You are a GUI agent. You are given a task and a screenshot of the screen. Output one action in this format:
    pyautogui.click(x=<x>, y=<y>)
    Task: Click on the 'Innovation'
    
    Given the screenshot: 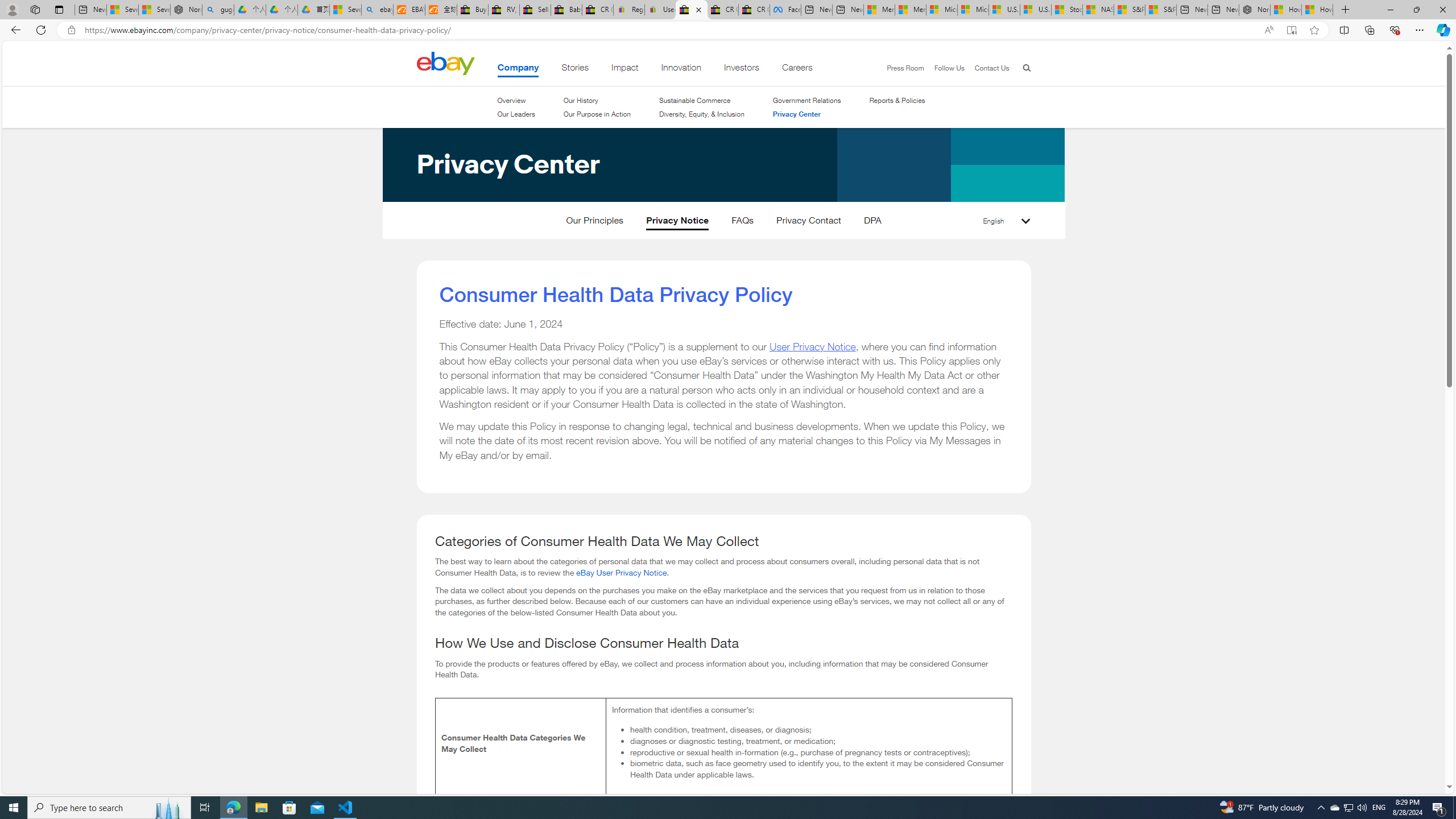 What is the action you would take?
    pyautogui.click(x=681, y=69)
    